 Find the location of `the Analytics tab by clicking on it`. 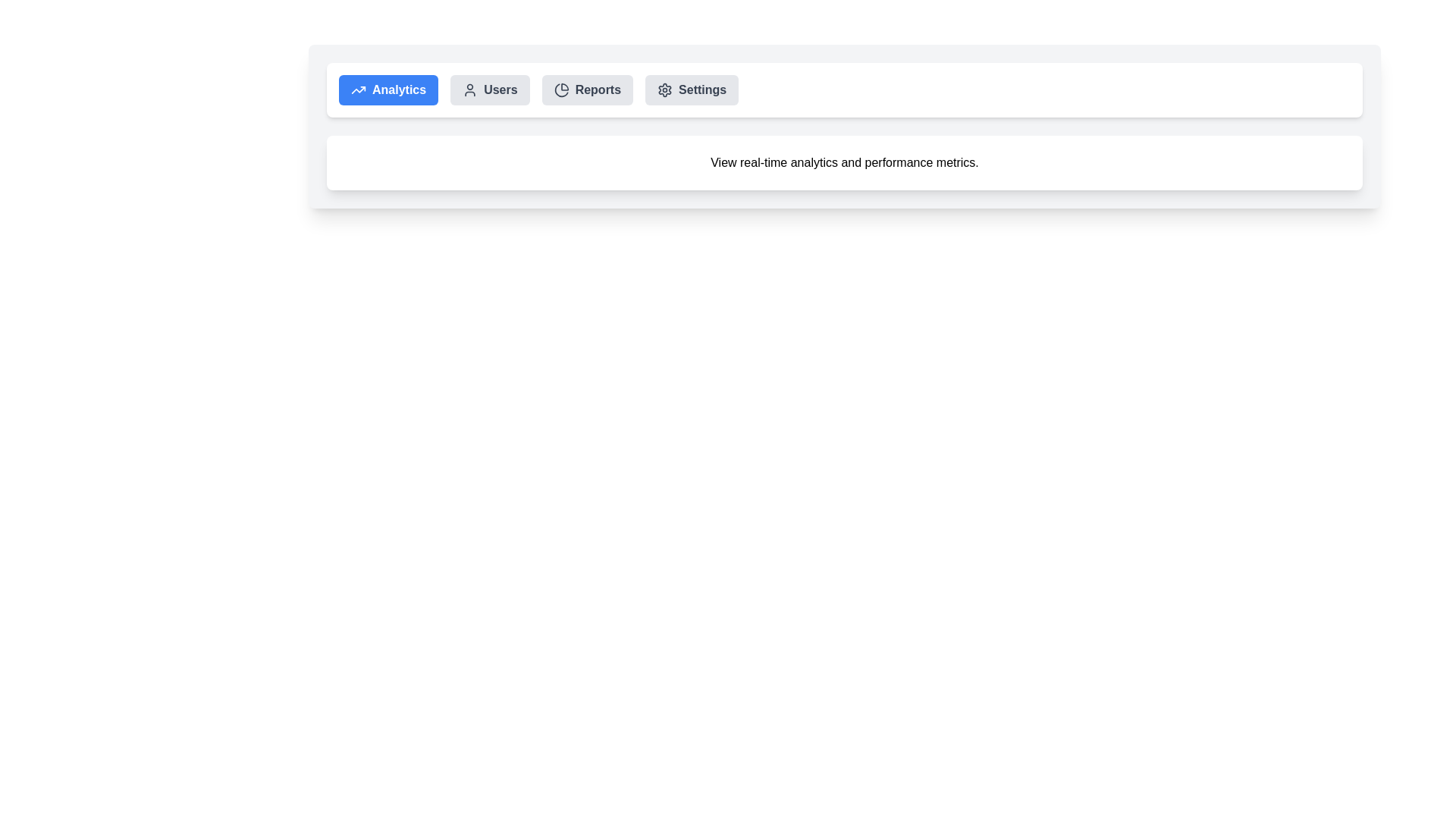

the Analytics tab by clicking on it is located at coordinates (388, 90).